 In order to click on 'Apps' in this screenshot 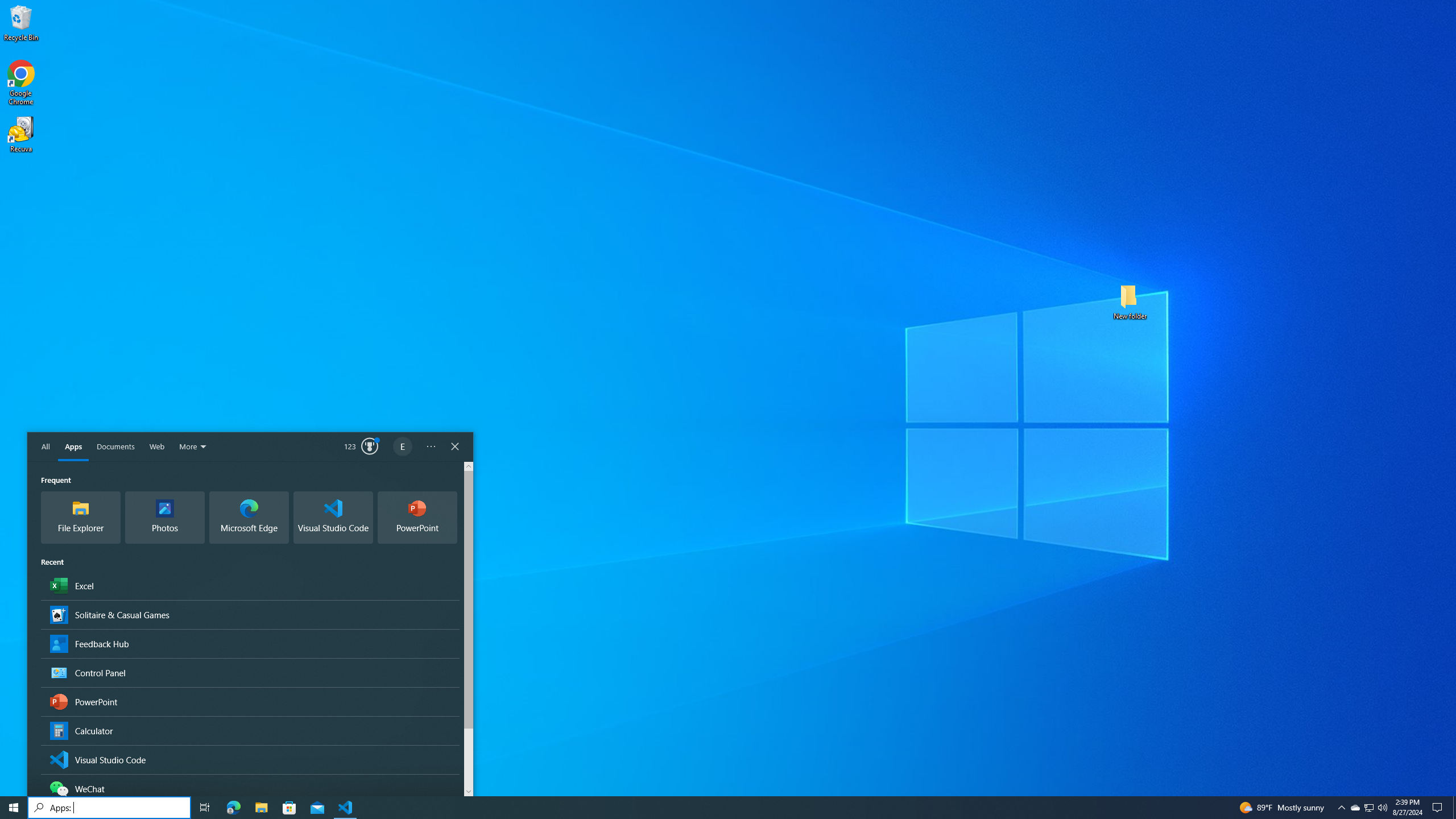, I will do `click(73, 446)`.